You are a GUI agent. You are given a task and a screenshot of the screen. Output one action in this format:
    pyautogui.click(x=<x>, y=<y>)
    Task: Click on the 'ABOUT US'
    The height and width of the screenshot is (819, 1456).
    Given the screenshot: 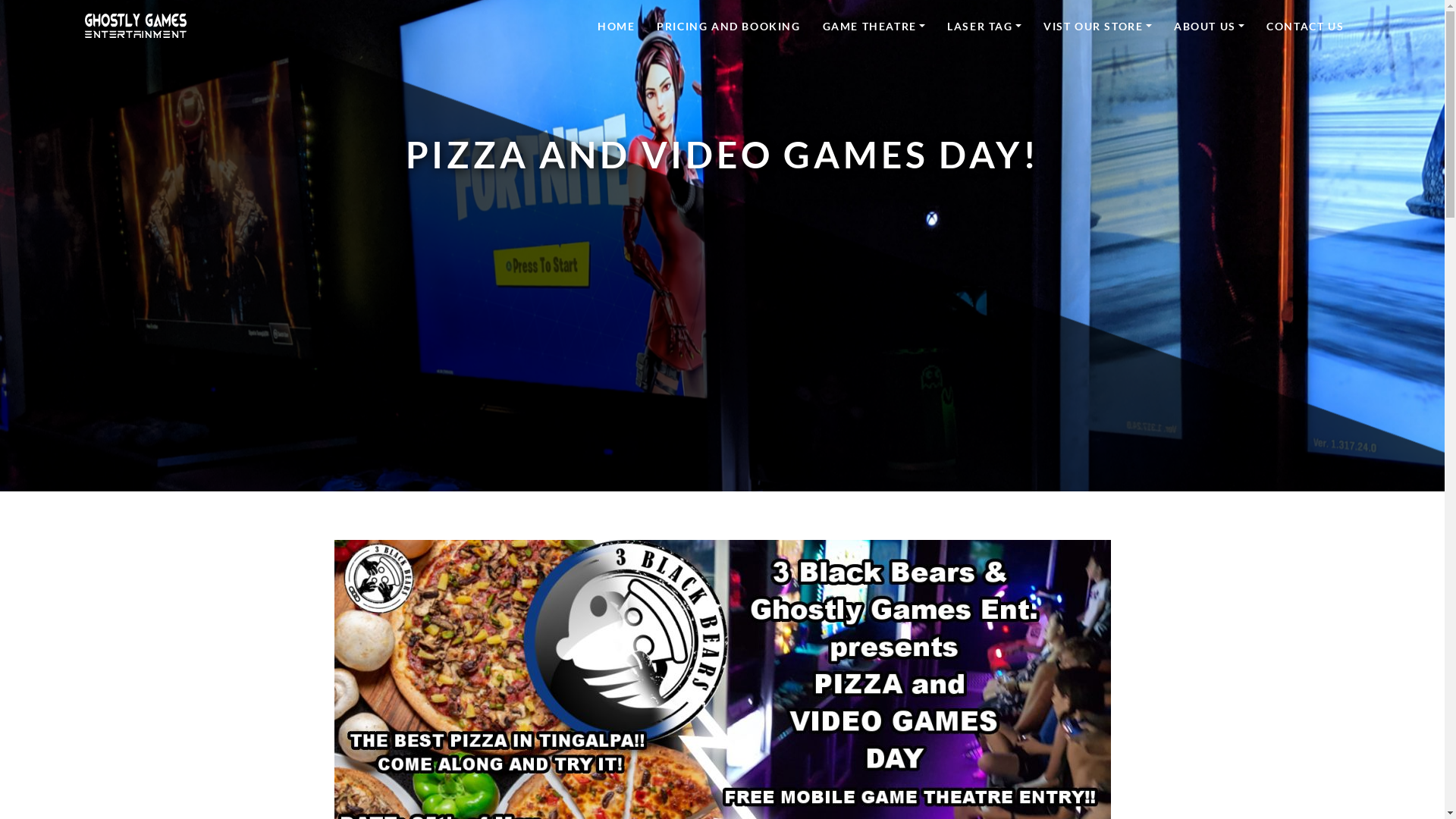 What is the action you would take?
    pyautogui.click(x=1208, y=25)
    